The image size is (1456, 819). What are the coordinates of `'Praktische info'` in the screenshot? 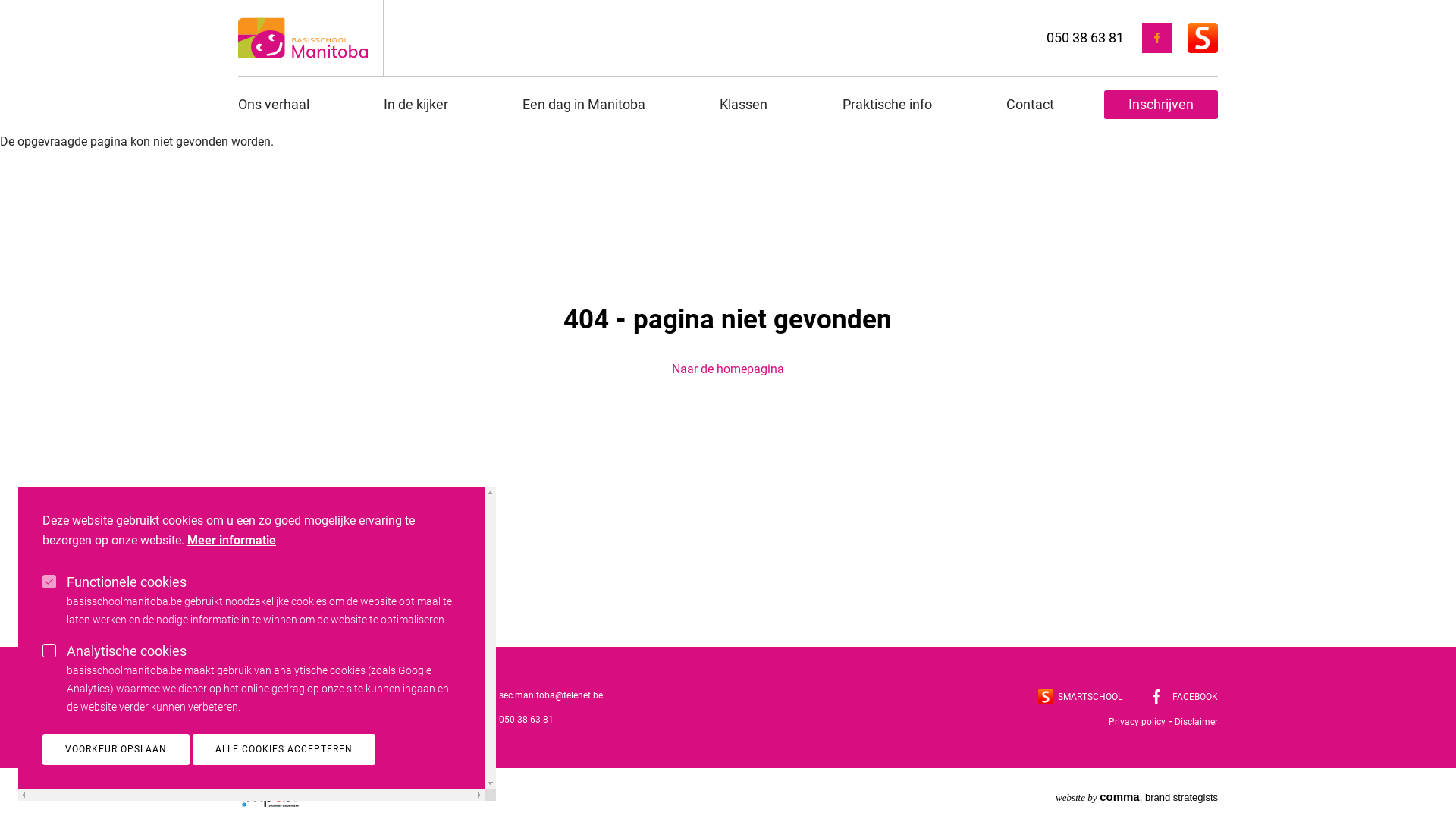 It's located at (887, 104).